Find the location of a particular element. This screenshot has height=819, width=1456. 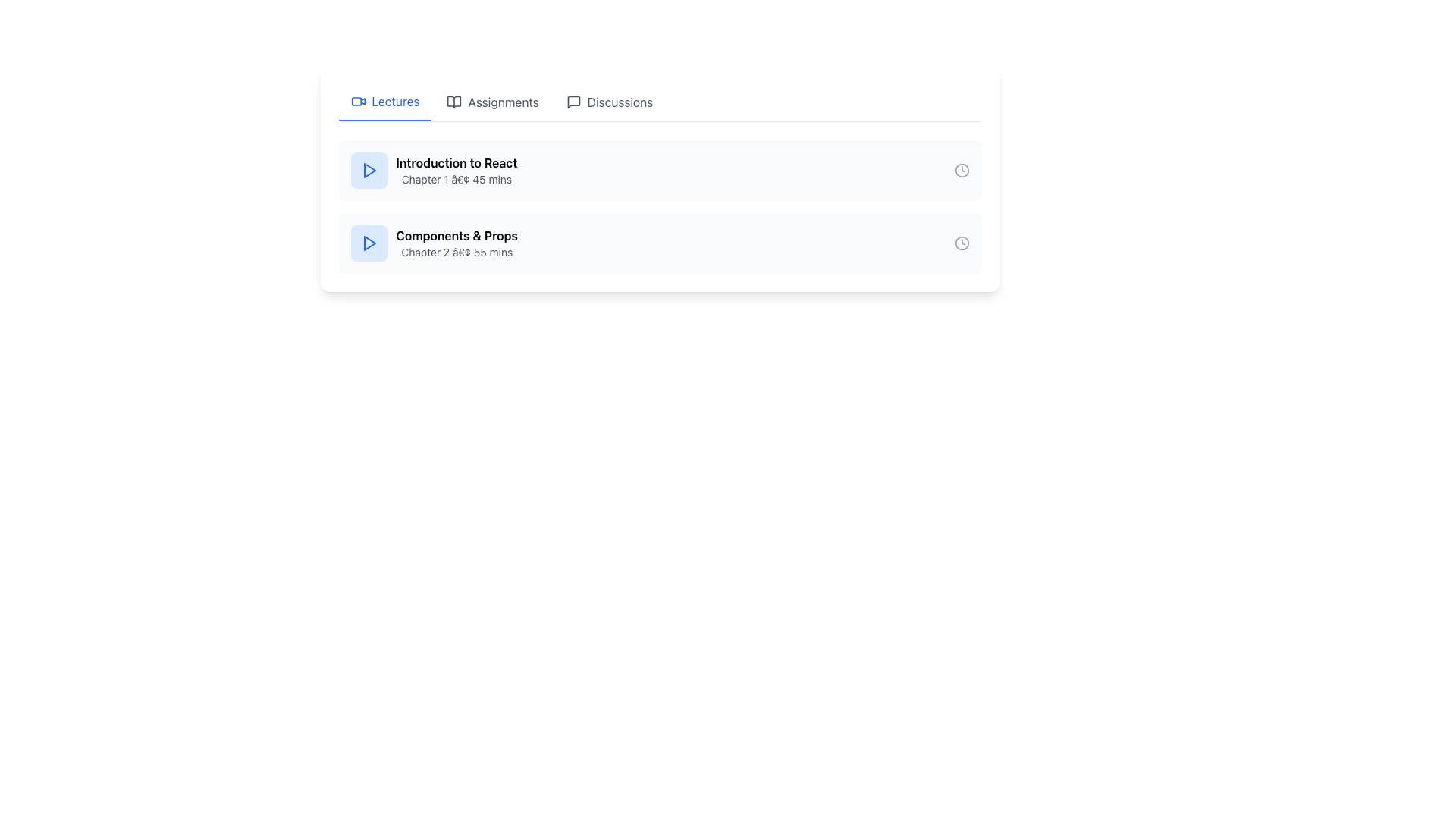

the Discussions icon in the navigation bar is located at coordinates (573, 102).